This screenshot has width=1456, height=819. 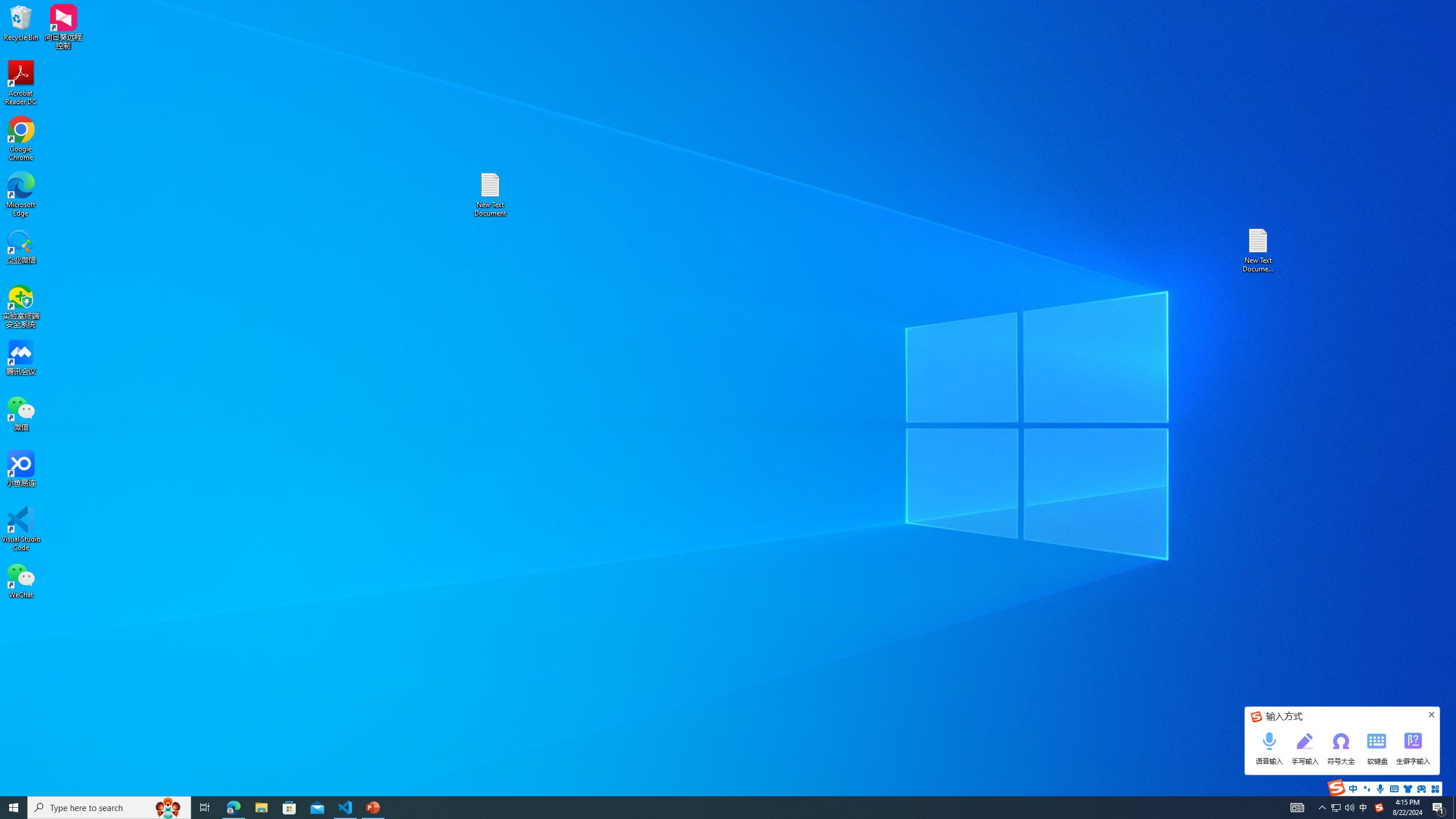 I want to click on 'Google Chrome', so click(x=20, y=139).